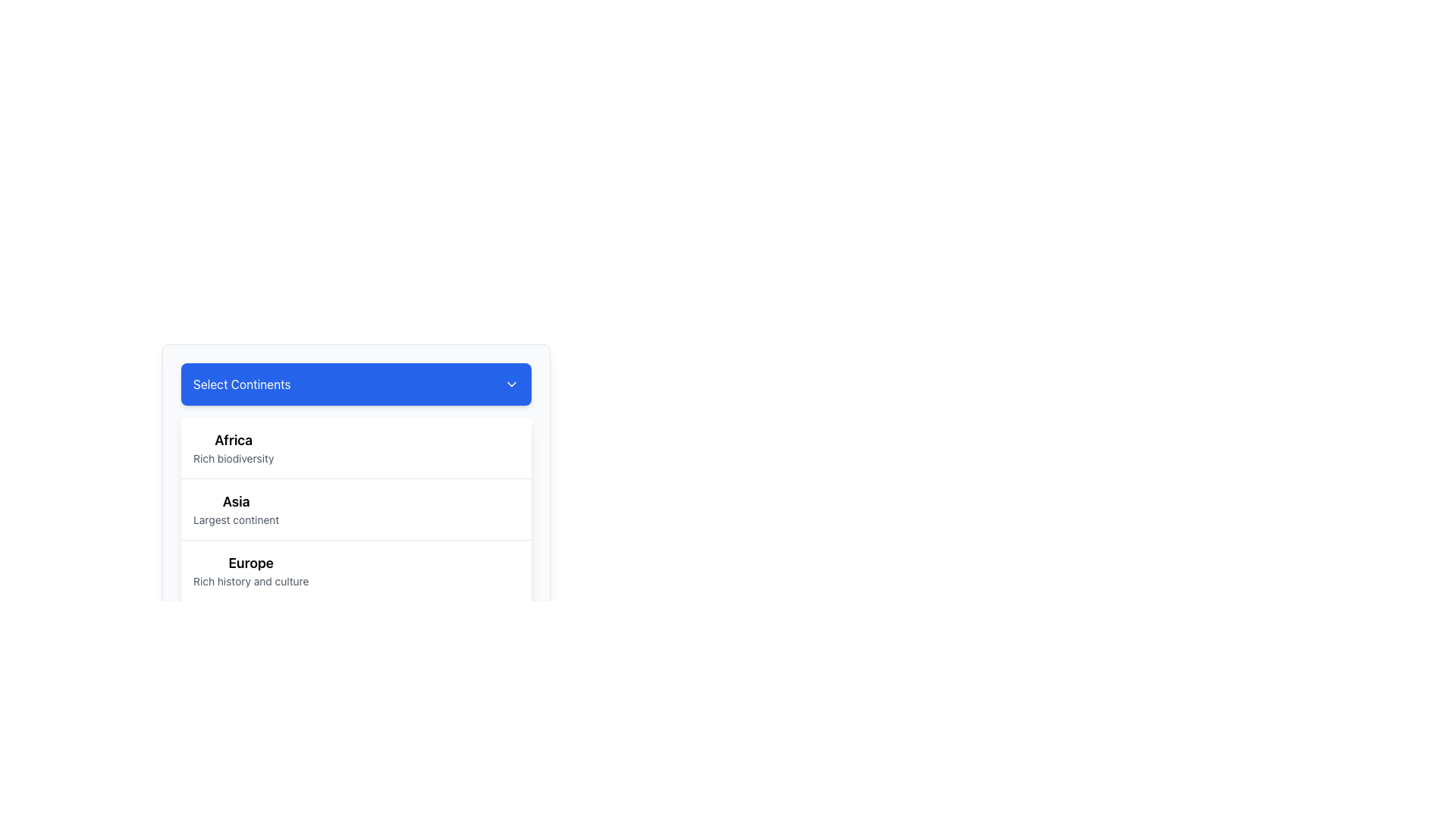  Describe the element at coordinates (233, 458) in the screenshot. I see `the descriptive text label that appears below the 'Africa' header in the dropdown menu` at that location.